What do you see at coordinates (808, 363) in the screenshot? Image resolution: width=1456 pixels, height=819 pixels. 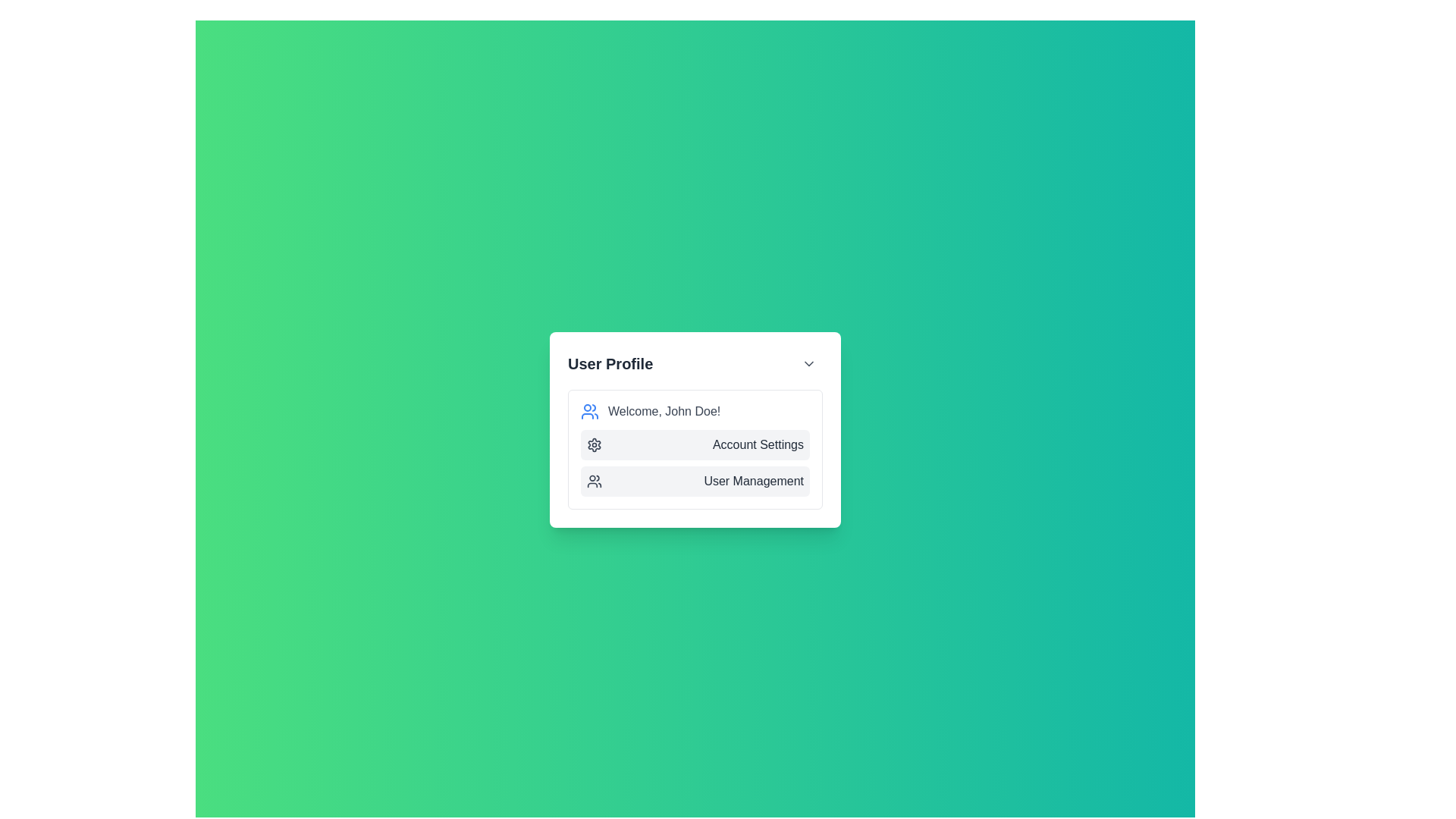 I see `the Icon (Chevron Down) located in the top-right corner of the 'User Profile' panel` at bounding box center [808, 363].